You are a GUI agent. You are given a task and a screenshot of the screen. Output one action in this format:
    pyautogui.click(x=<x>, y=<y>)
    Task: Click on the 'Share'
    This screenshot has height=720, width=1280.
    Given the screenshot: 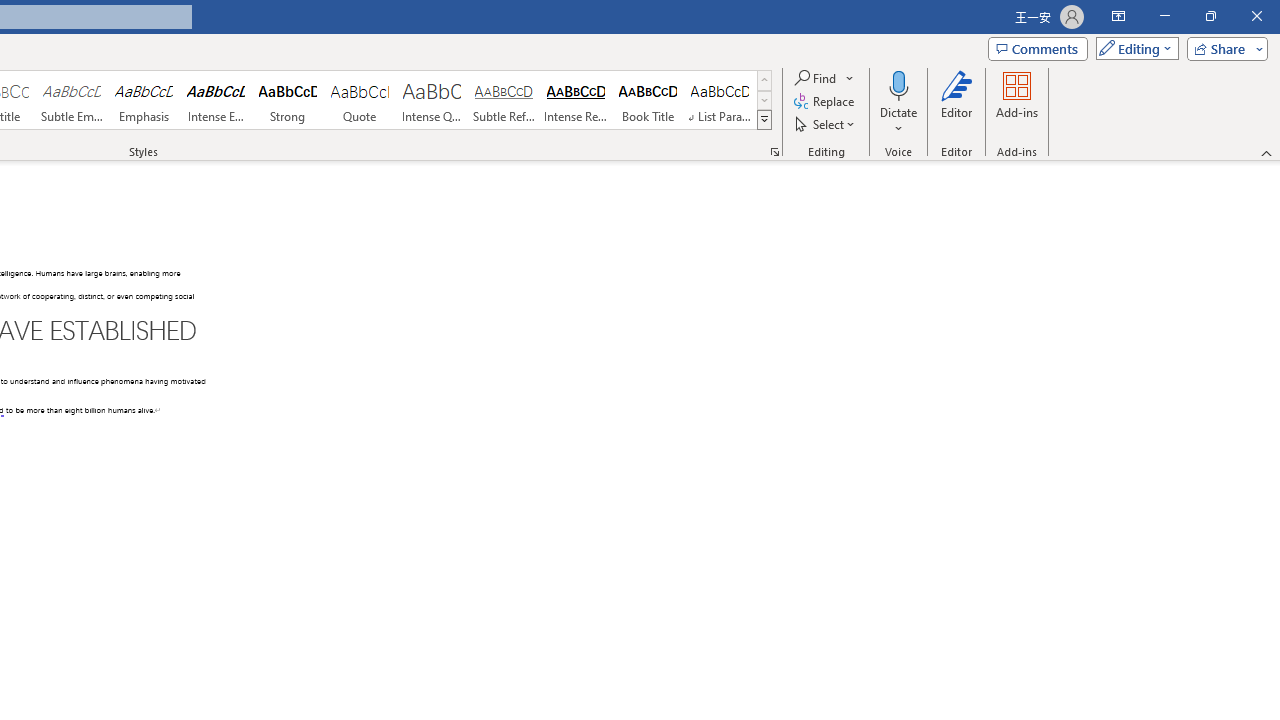 What is the action you would take?
    pyautogui.click(x=1222, y=47)
    